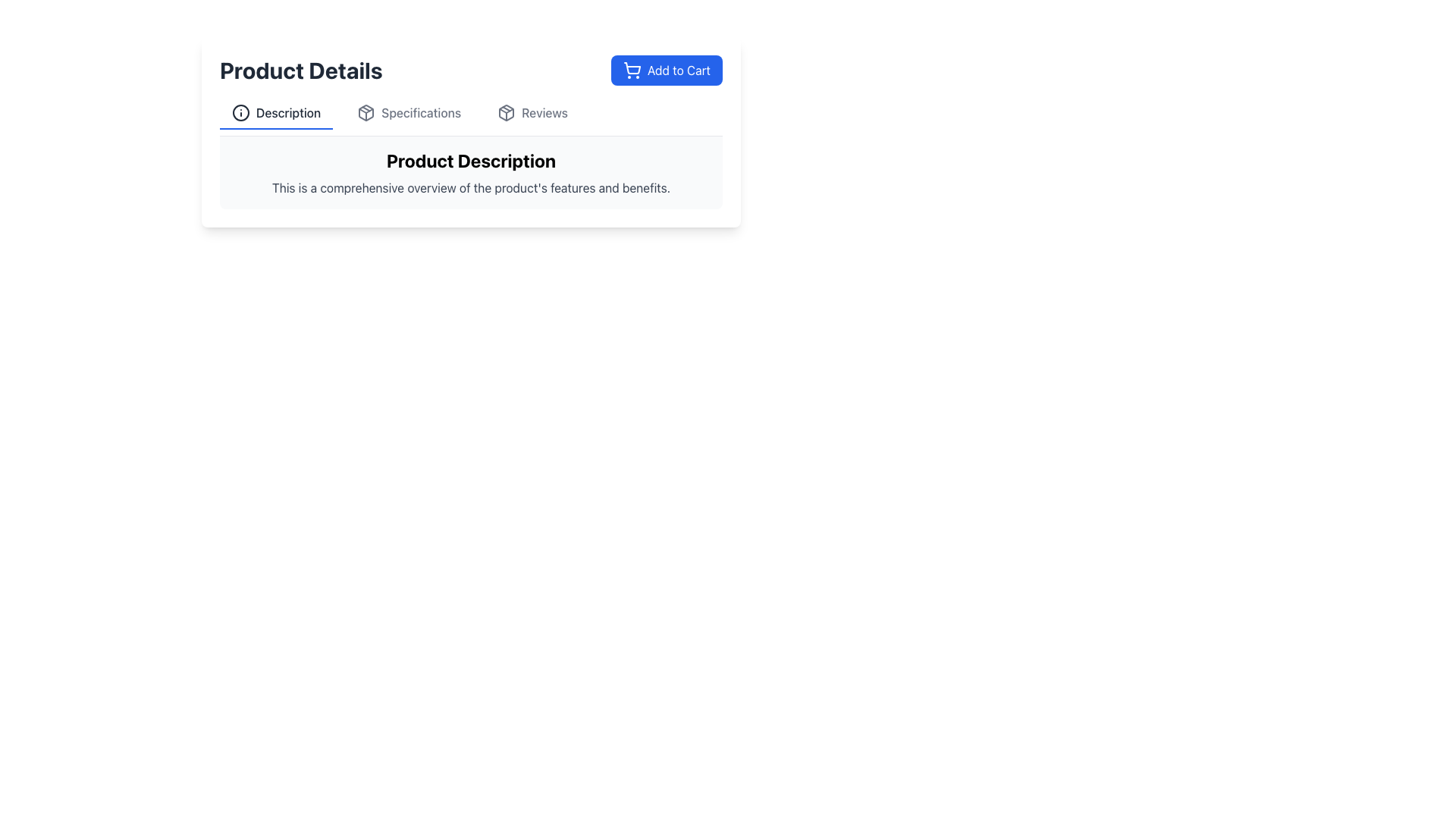 Image resolution: width=1456 pixels, height=819 pixels. I want to click on the SVG circle element that represents the 'Description' tab in the 'Product Details' section, so click(240, 112).